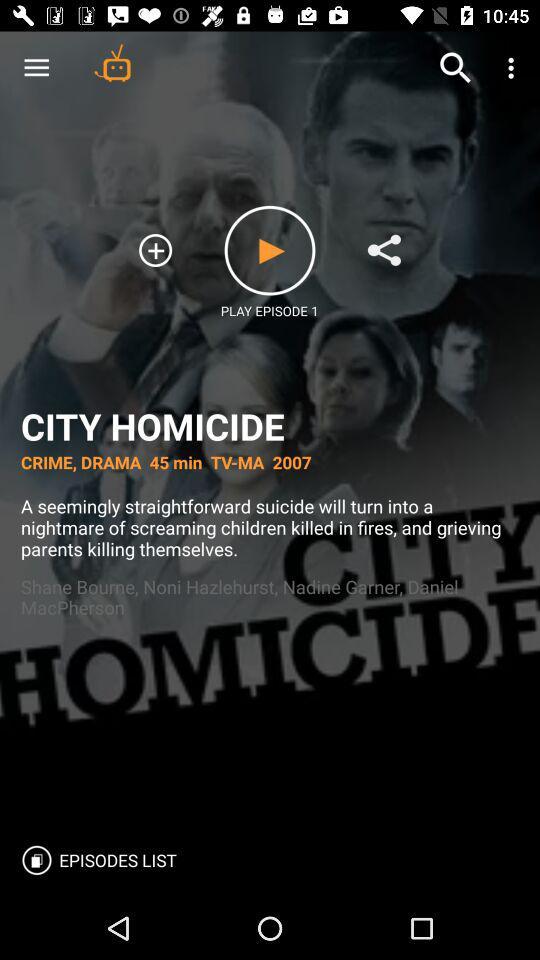  I want to click on the icon above city homicide item, so click(112, 62).